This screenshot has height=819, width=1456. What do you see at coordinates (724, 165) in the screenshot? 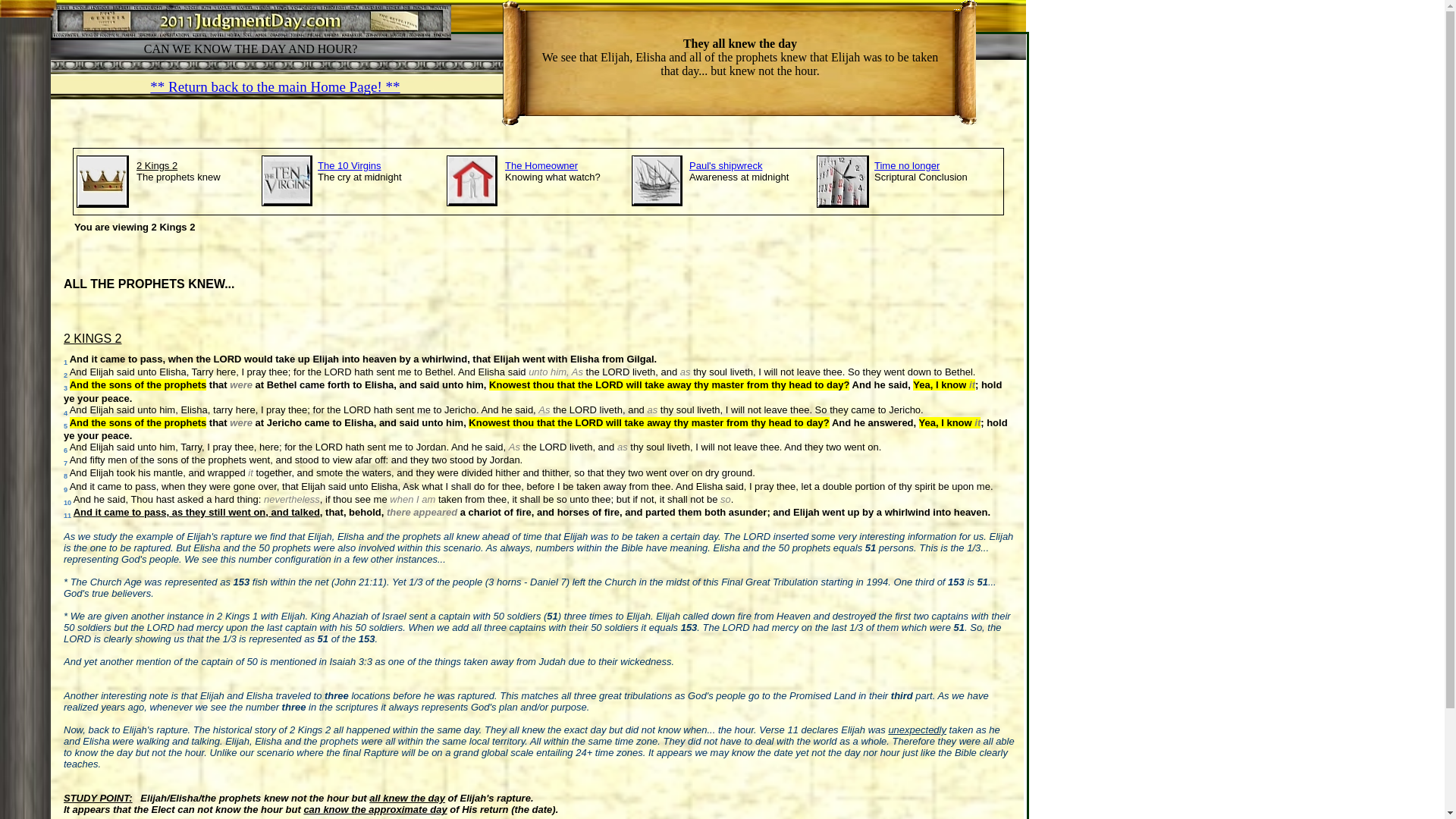
I see `'Paul's shipwreck'` at bounding box center [724, 165].